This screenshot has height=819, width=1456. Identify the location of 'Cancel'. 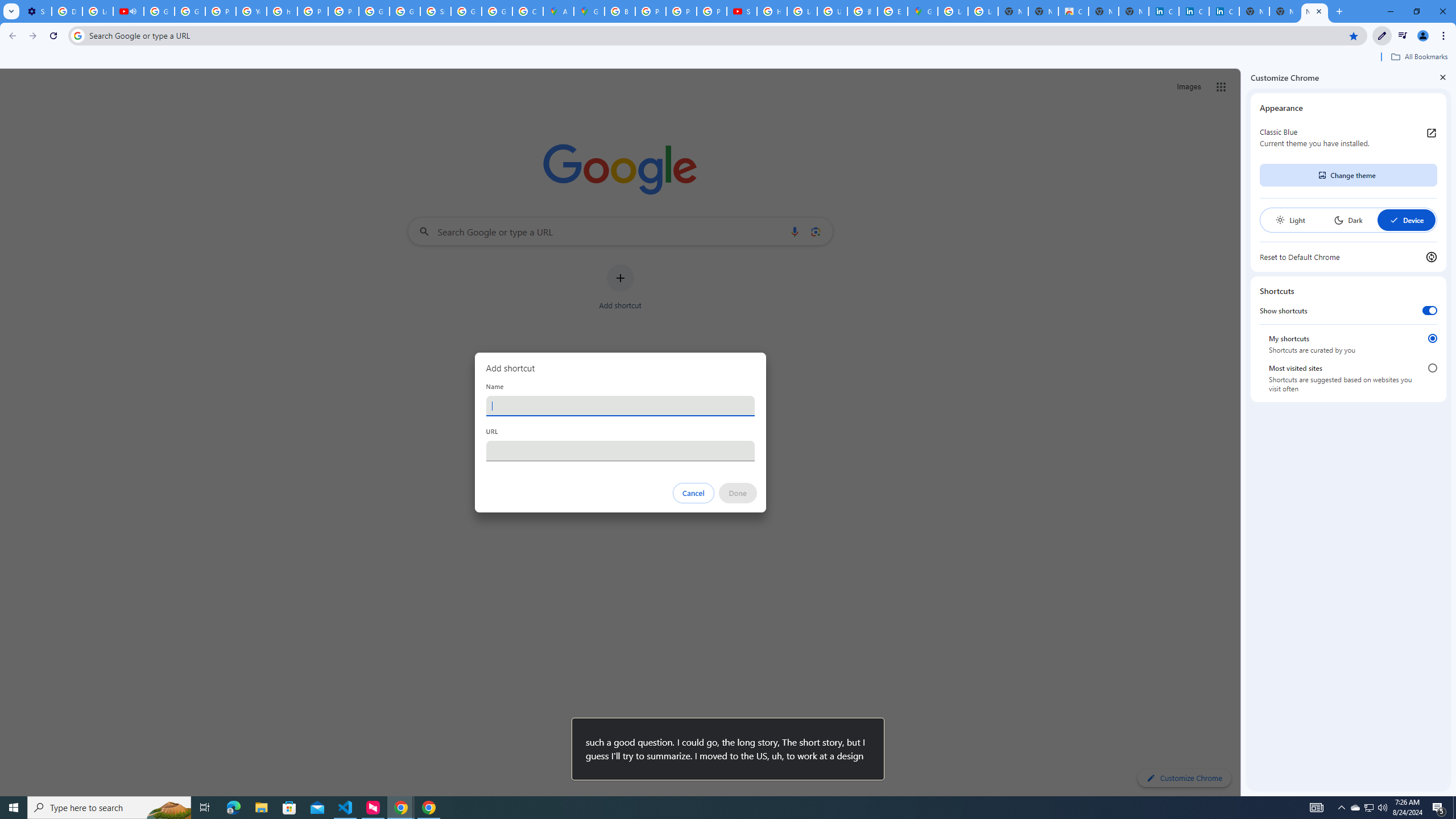
(693, 493).